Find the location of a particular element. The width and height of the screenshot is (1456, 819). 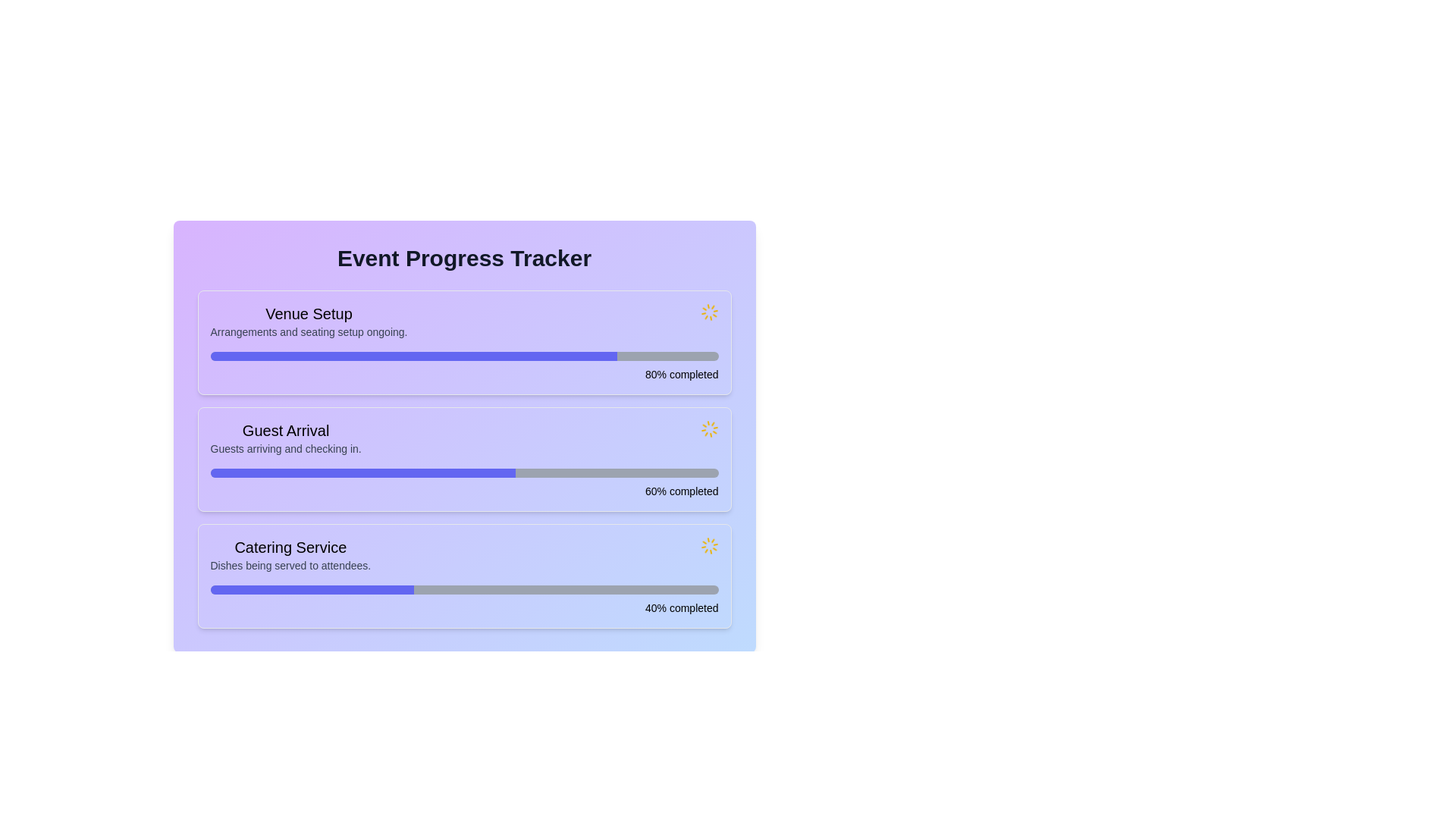

the progress indicator bar that is 40% filled and located within the 'Catering Service' progress bar, situated below the 'Dishes being served to attendees' text is located at coordinates (311, 589).